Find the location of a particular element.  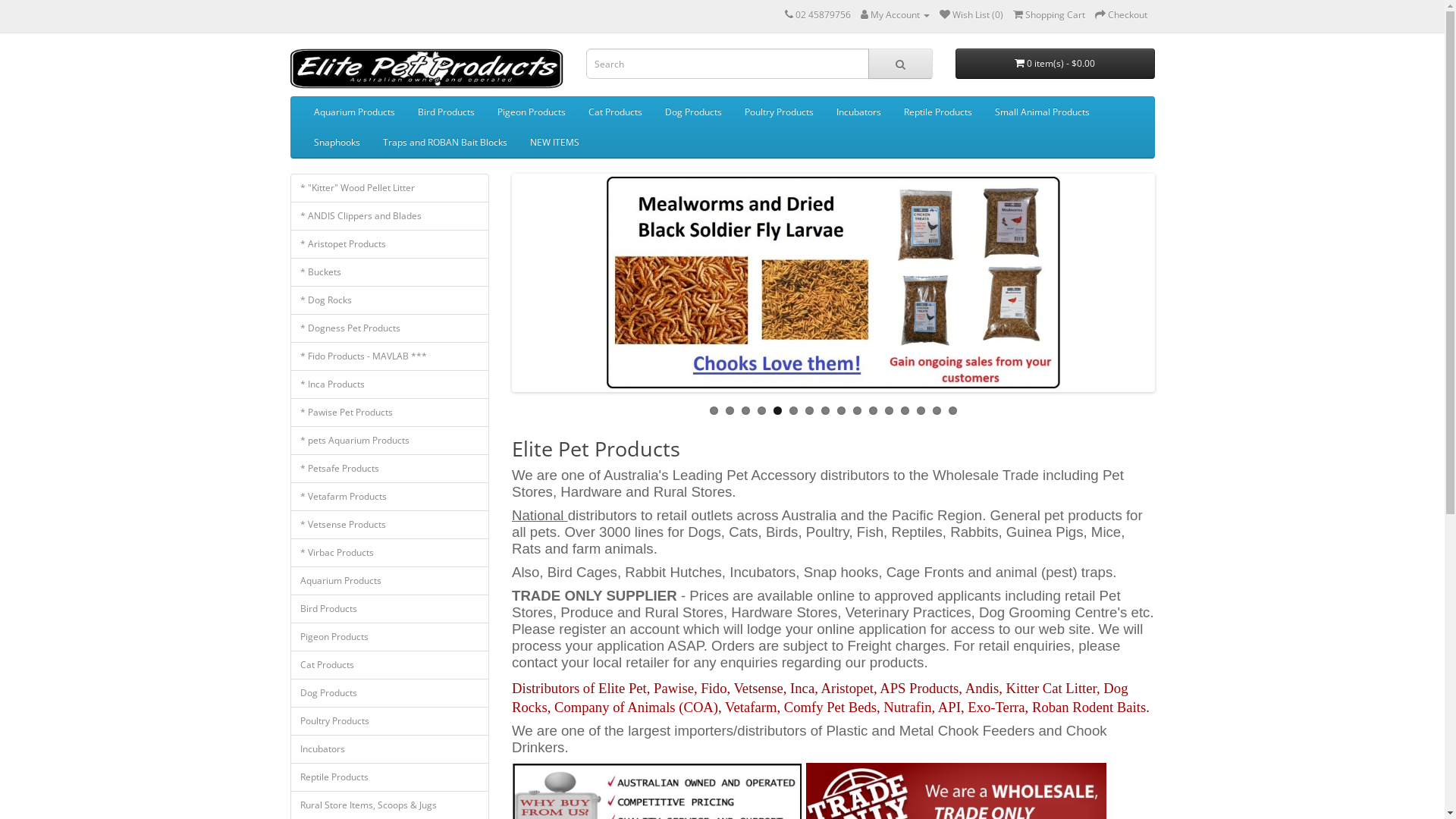

'Incubators' is located at coordinates (858, 111).